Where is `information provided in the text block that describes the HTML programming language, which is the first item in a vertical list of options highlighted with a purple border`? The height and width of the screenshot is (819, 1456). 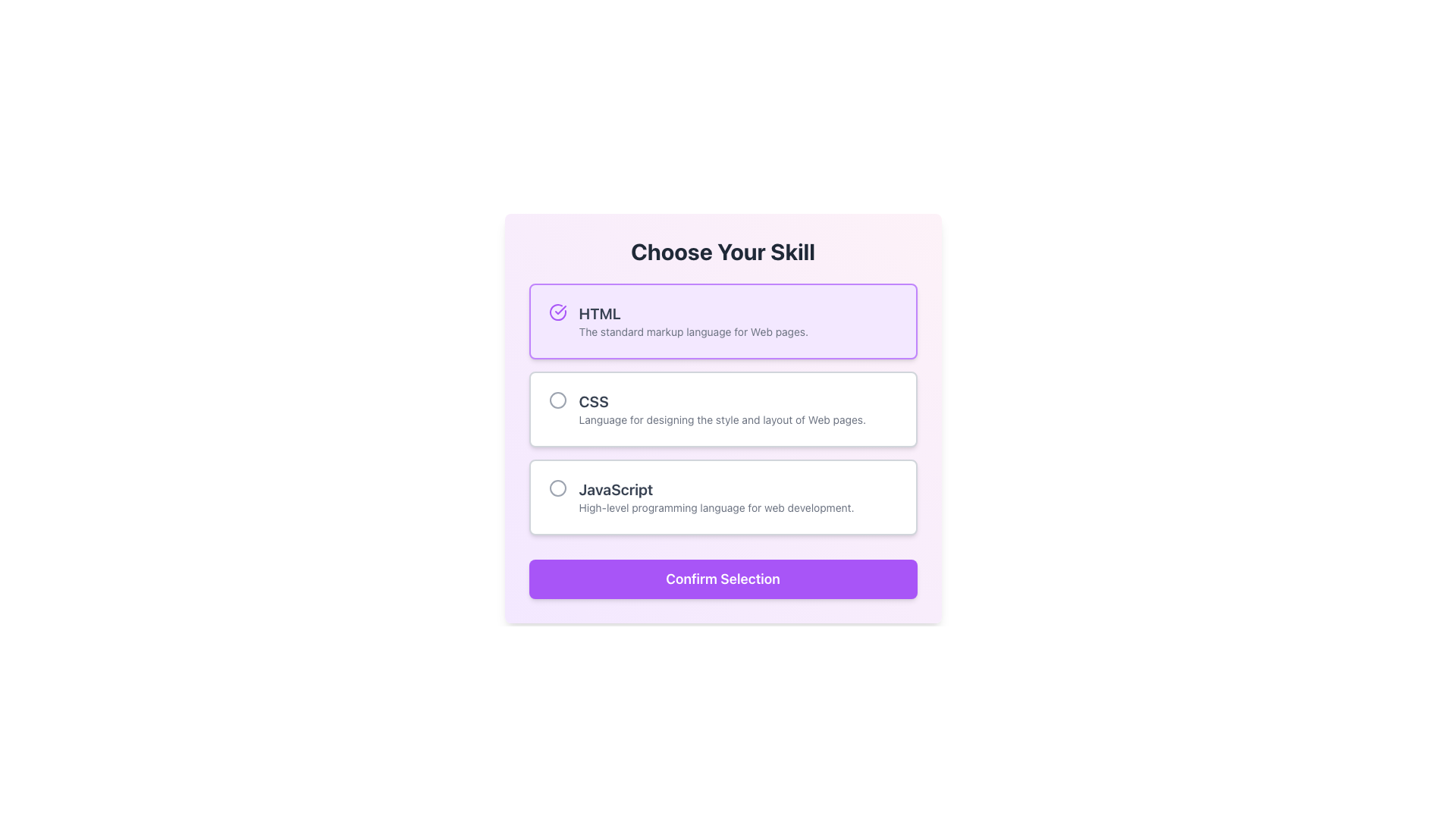 information provided in the text block that describes the HTML programming language, which is the first item in a vertical list of options highlighted with a purple border is located at coordinates (692, 321).